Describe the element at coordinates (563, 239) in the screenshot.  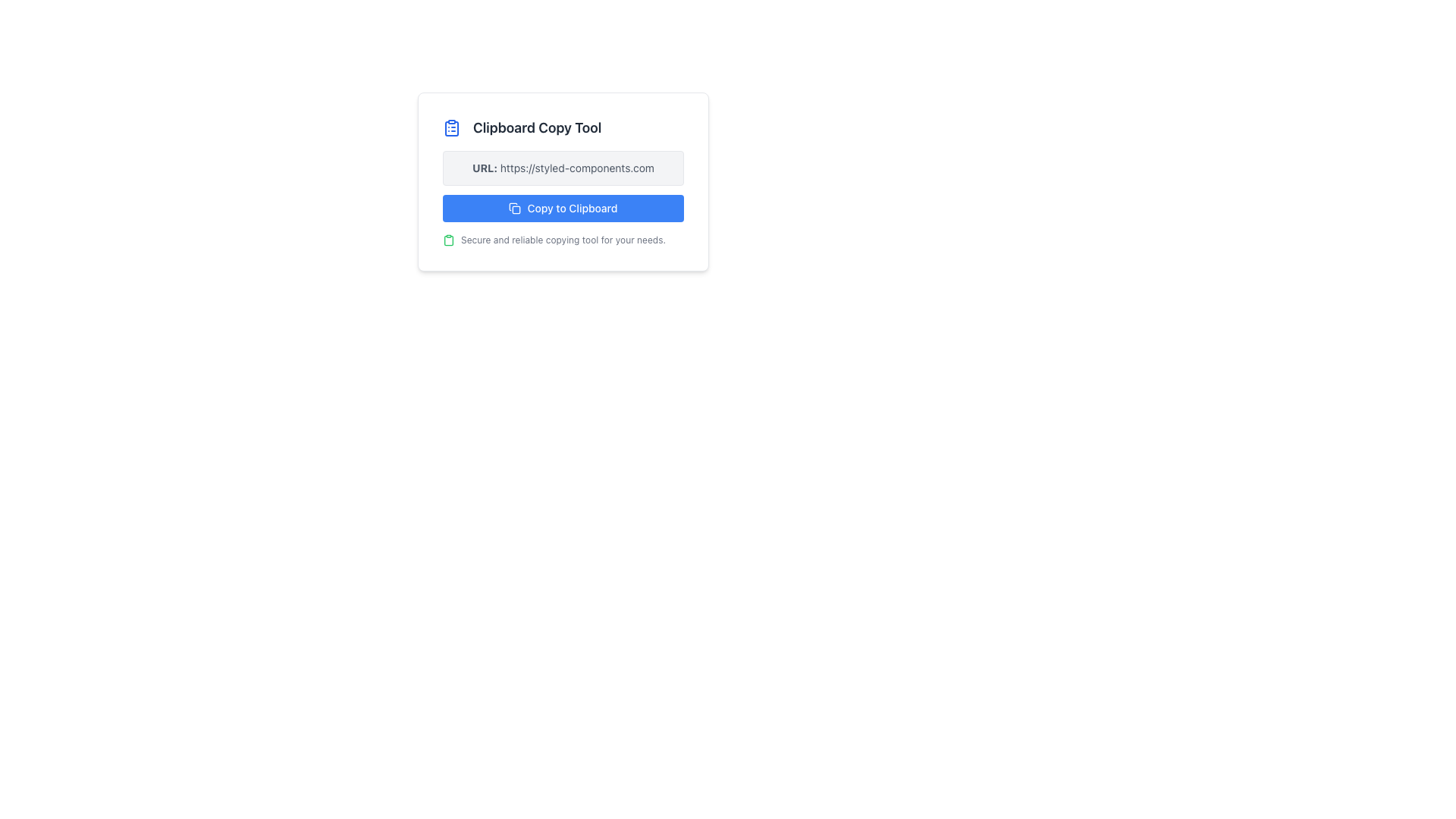
I see `the Text Label with Icon that provides information about the clipboard copying tool, located below the 'Copy to Clipboard' button` at that location.